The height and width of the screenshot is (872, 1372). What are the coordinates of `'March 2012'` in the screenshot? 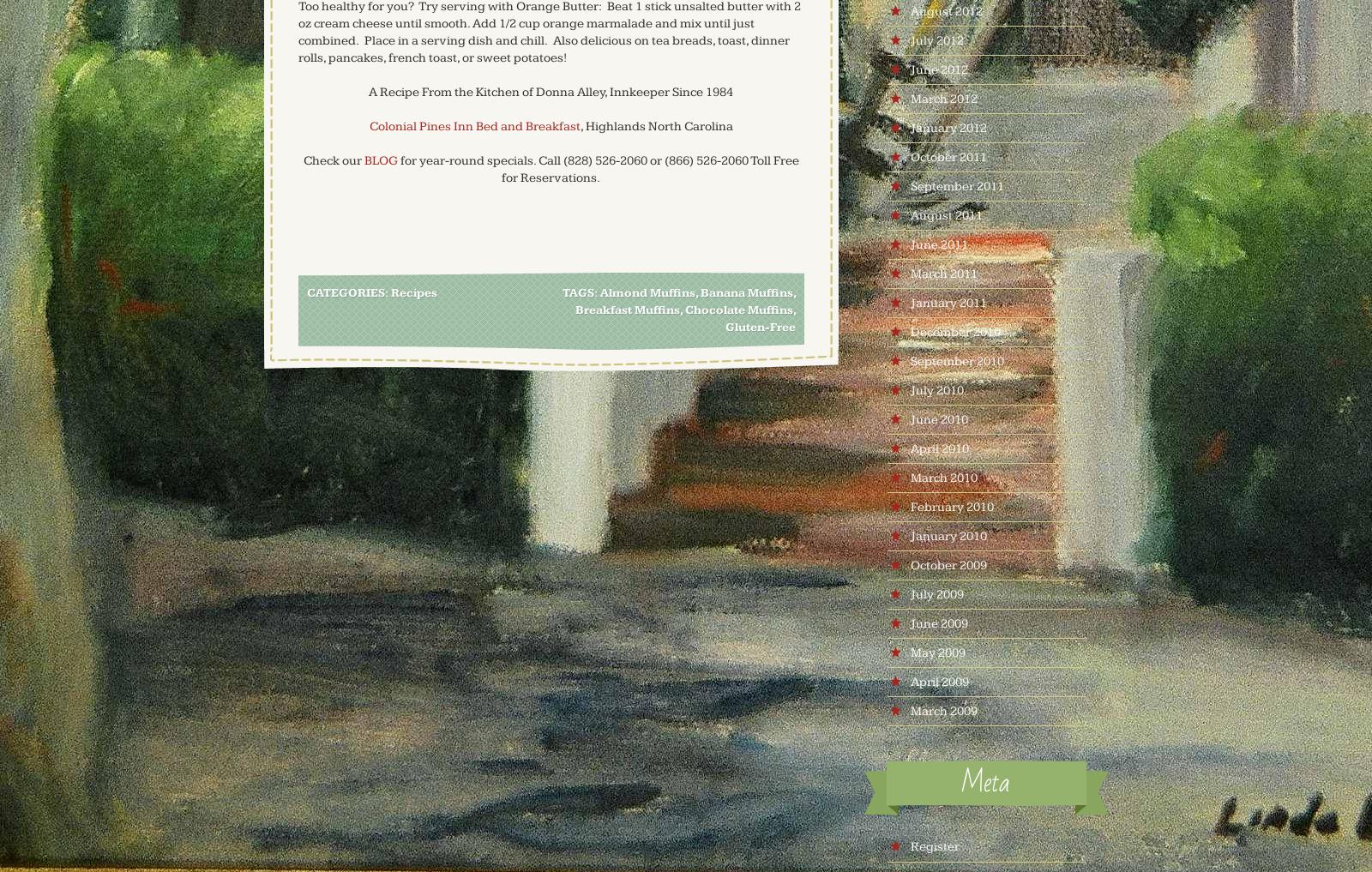 It's located at (909, 98).